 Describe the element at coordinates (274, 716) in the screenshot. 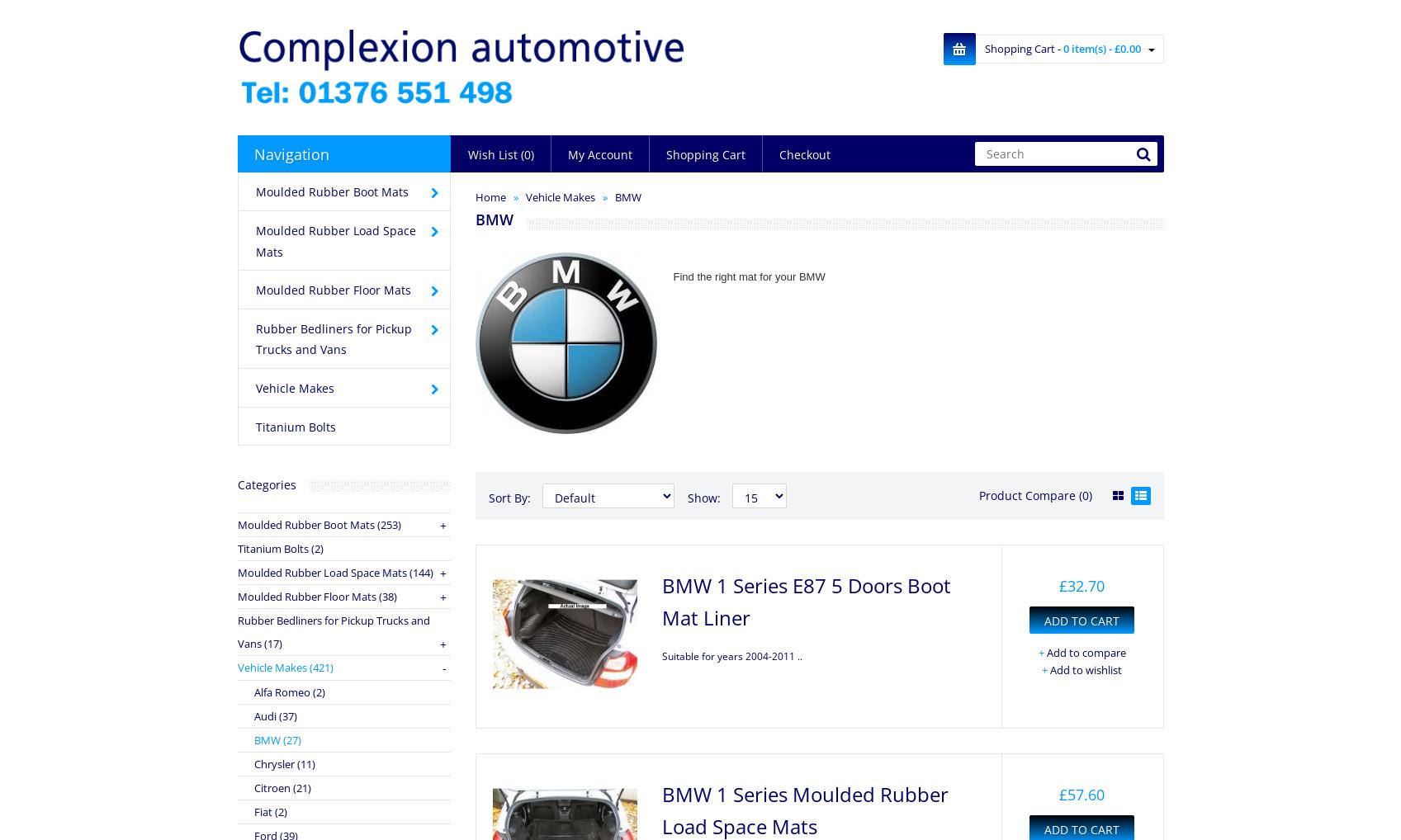

I see `'Audi (37)'` at that location.